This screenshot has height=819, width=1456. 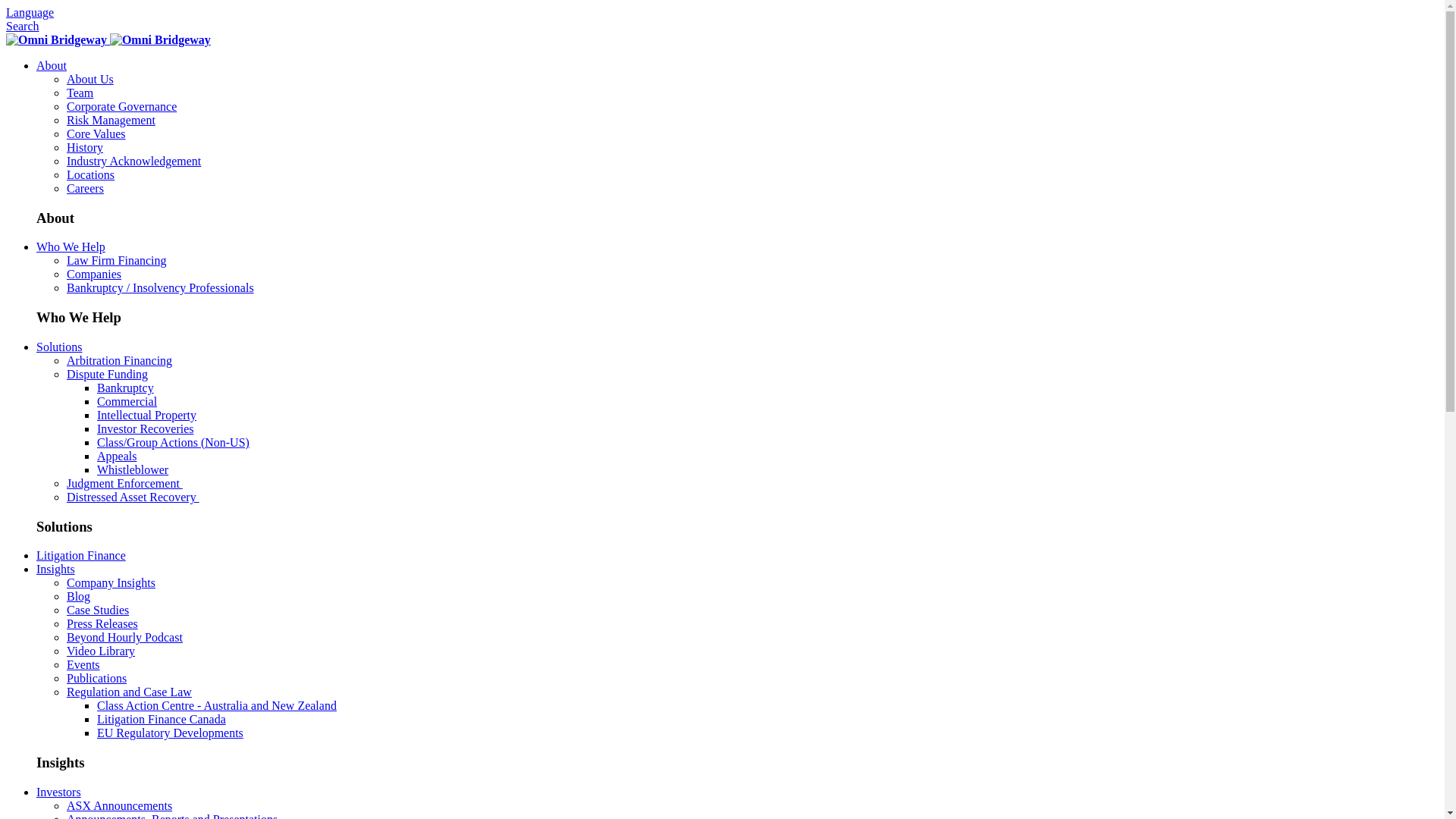 What do you see at coordinates (110, 582) in the screenshot?
I see `'Company Insights'` at bounding box center [110, 582].